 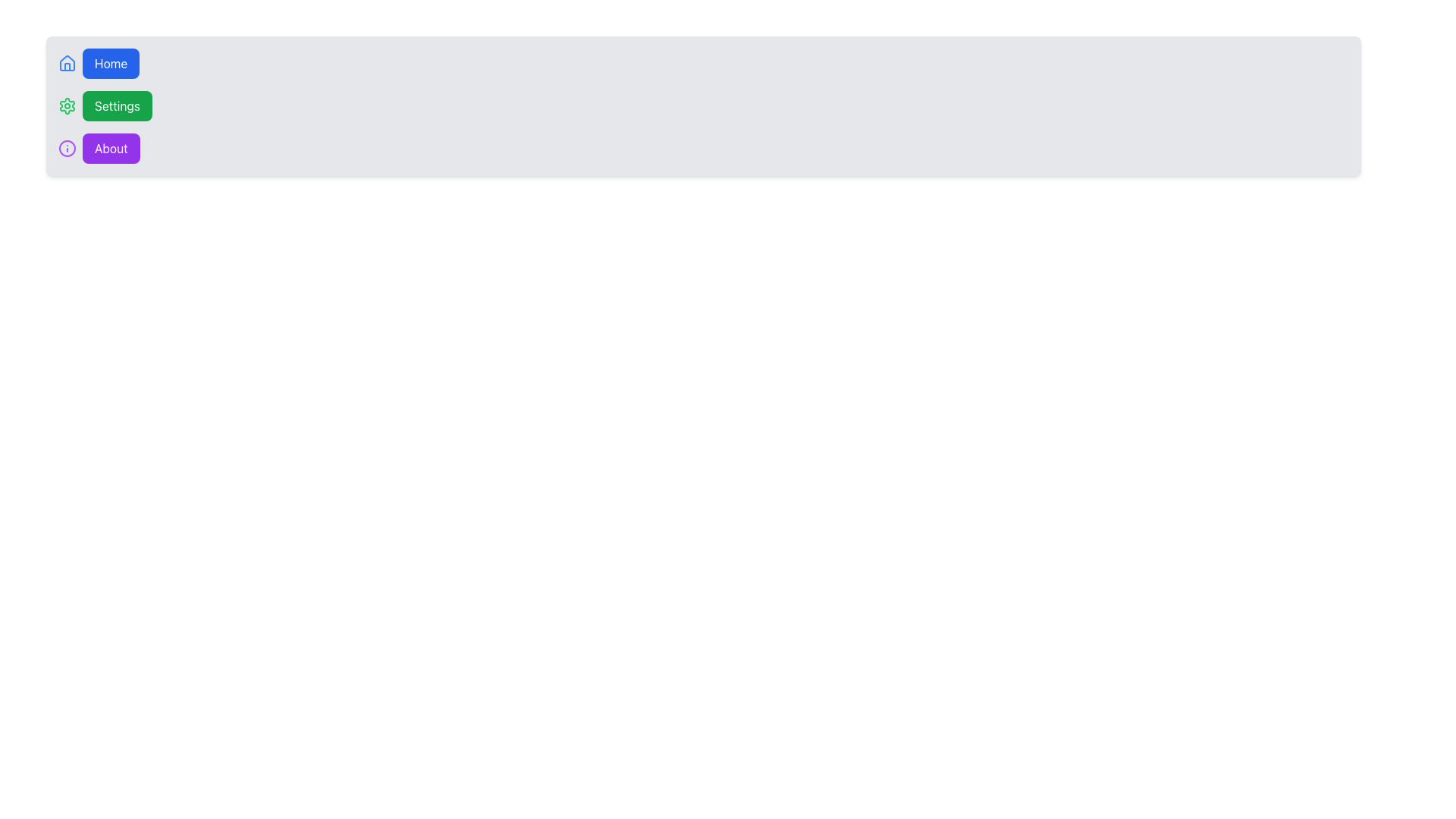 What do you see at coordinates (67, 63) in the screenshot?
I see `the blue house icon at the beginning of the horizontal menu` at bounding box center [67, 63].